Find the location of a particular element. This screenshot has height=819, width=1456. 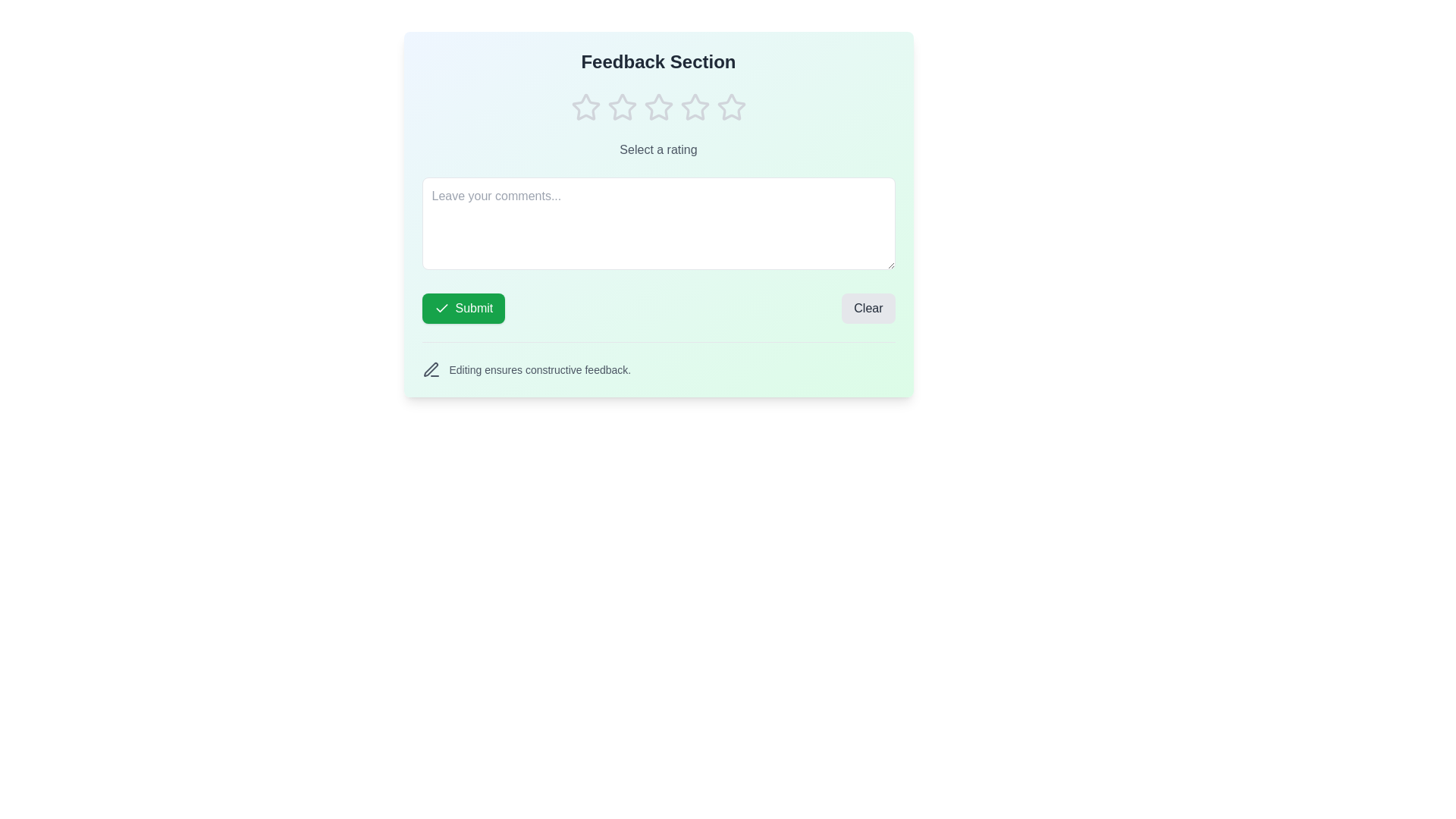

the 'Submit' button which contains a small checkmark icon styled with a rounded stroke, located at the bottom left of the feedback form is located at coordinates (441, 307).